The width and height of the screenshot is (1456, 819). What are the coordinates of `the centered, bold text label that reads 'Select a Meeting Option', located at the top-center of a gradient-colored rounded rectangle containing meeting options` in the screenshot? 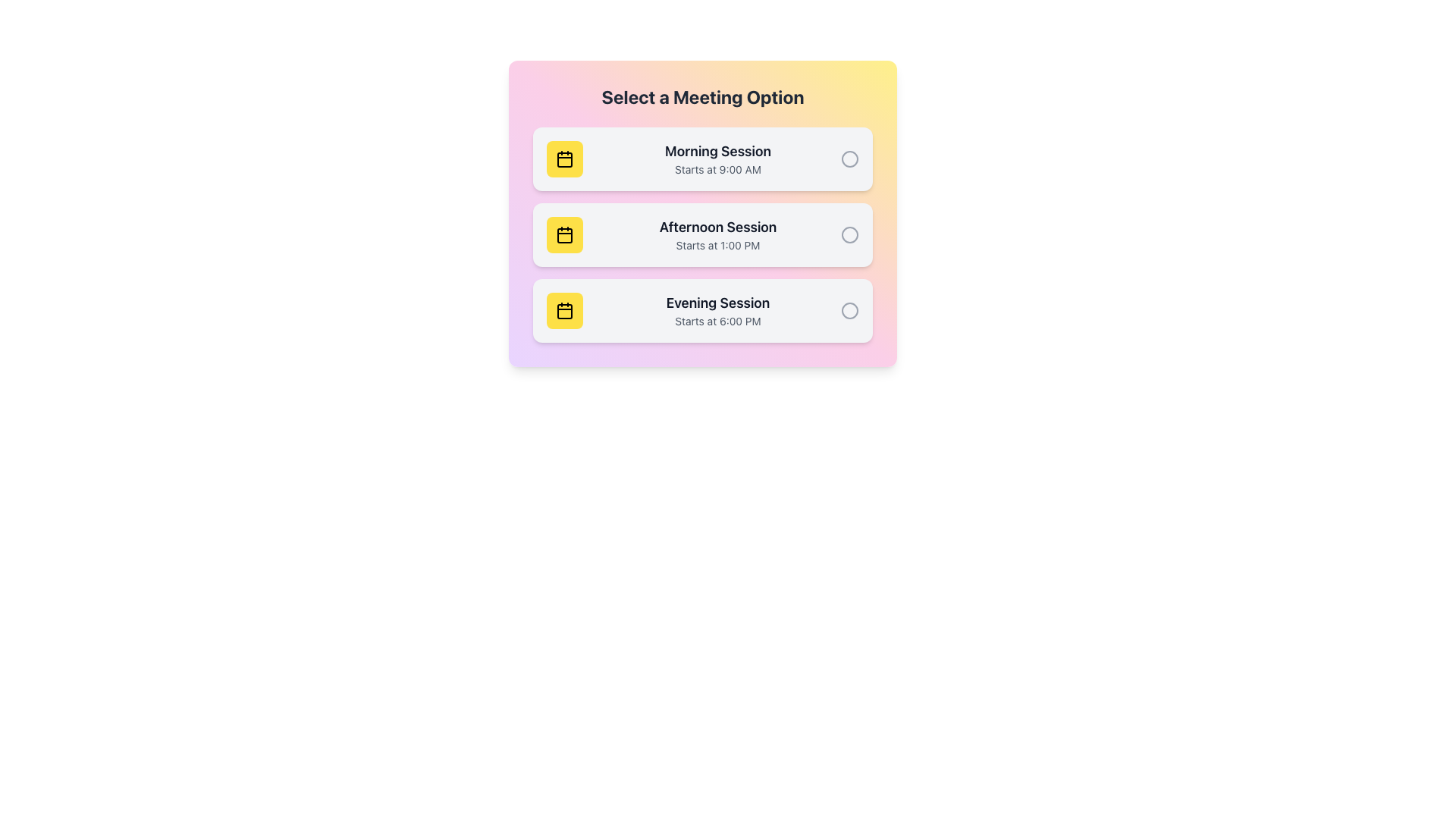 It's located at (701, 96).